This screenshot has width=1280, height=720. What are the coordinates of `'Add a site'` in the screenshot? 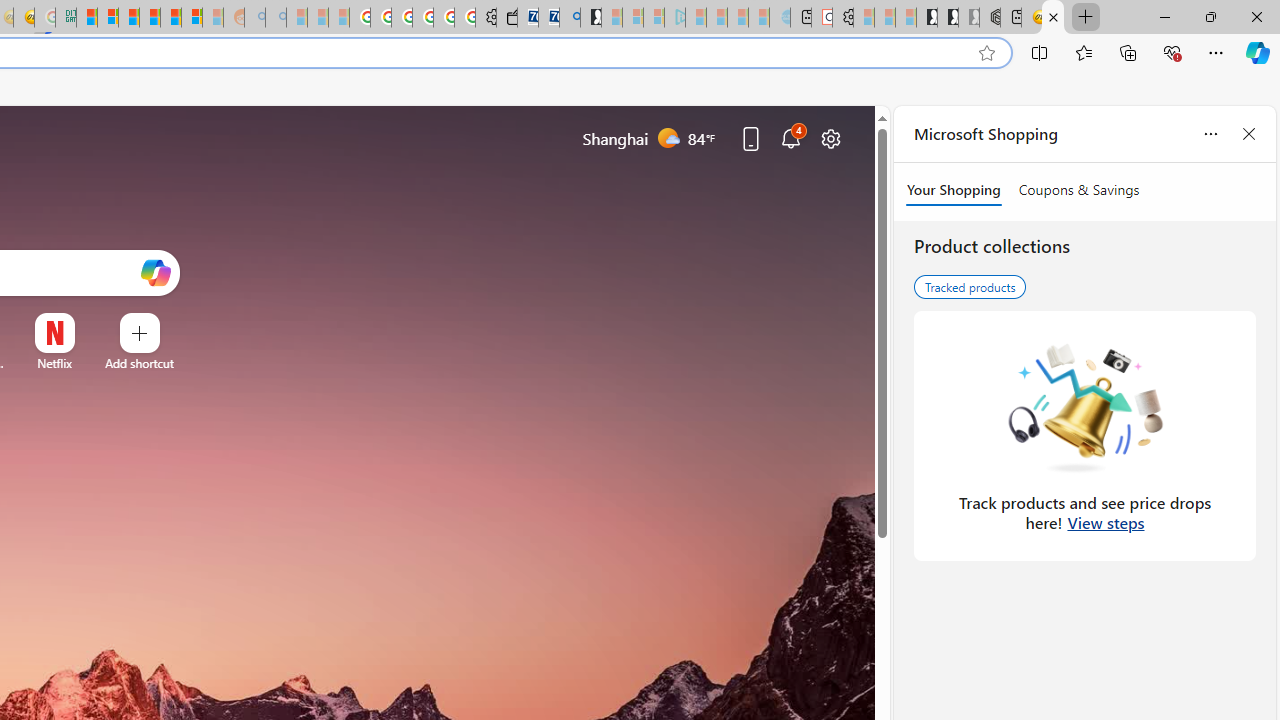 It's located at (138, 363).